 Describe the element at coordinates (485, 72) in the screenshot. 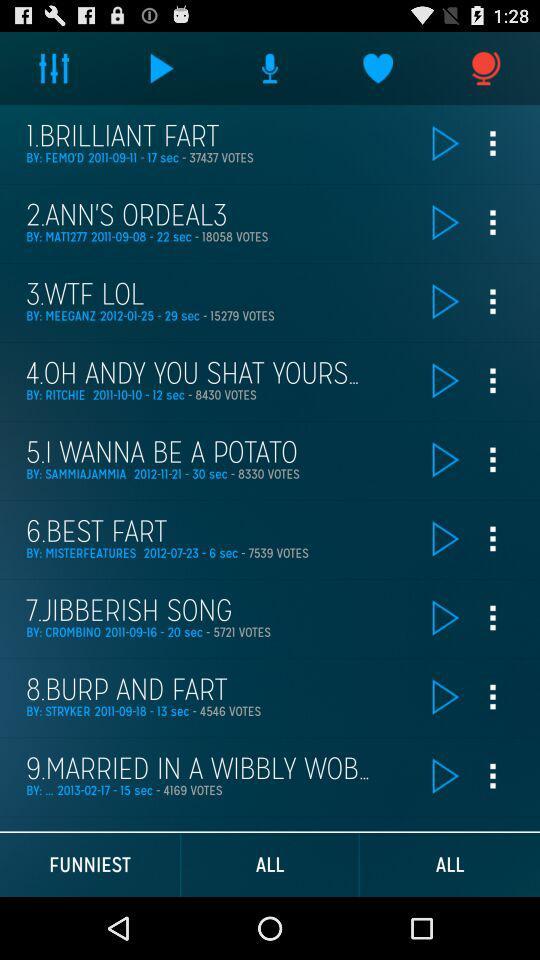

I see `the microphone icon` at that location.